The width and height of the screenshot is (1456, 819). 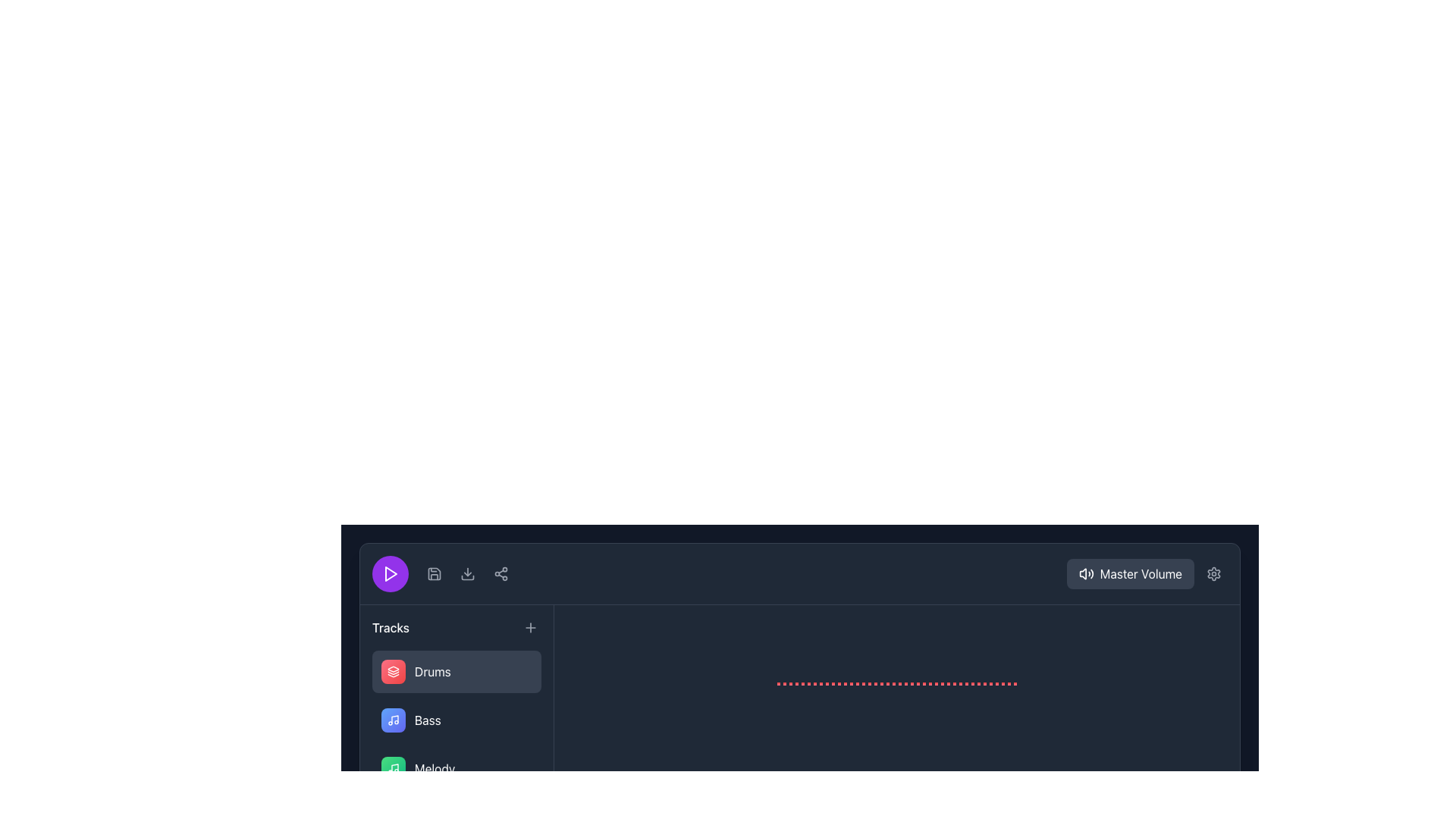 What do you see at coordinates (411, 719) in the screenshot?
I see `the selectable label representing the bass track in the 'Tracks' section of the music app` at bounding box center [411, 719].